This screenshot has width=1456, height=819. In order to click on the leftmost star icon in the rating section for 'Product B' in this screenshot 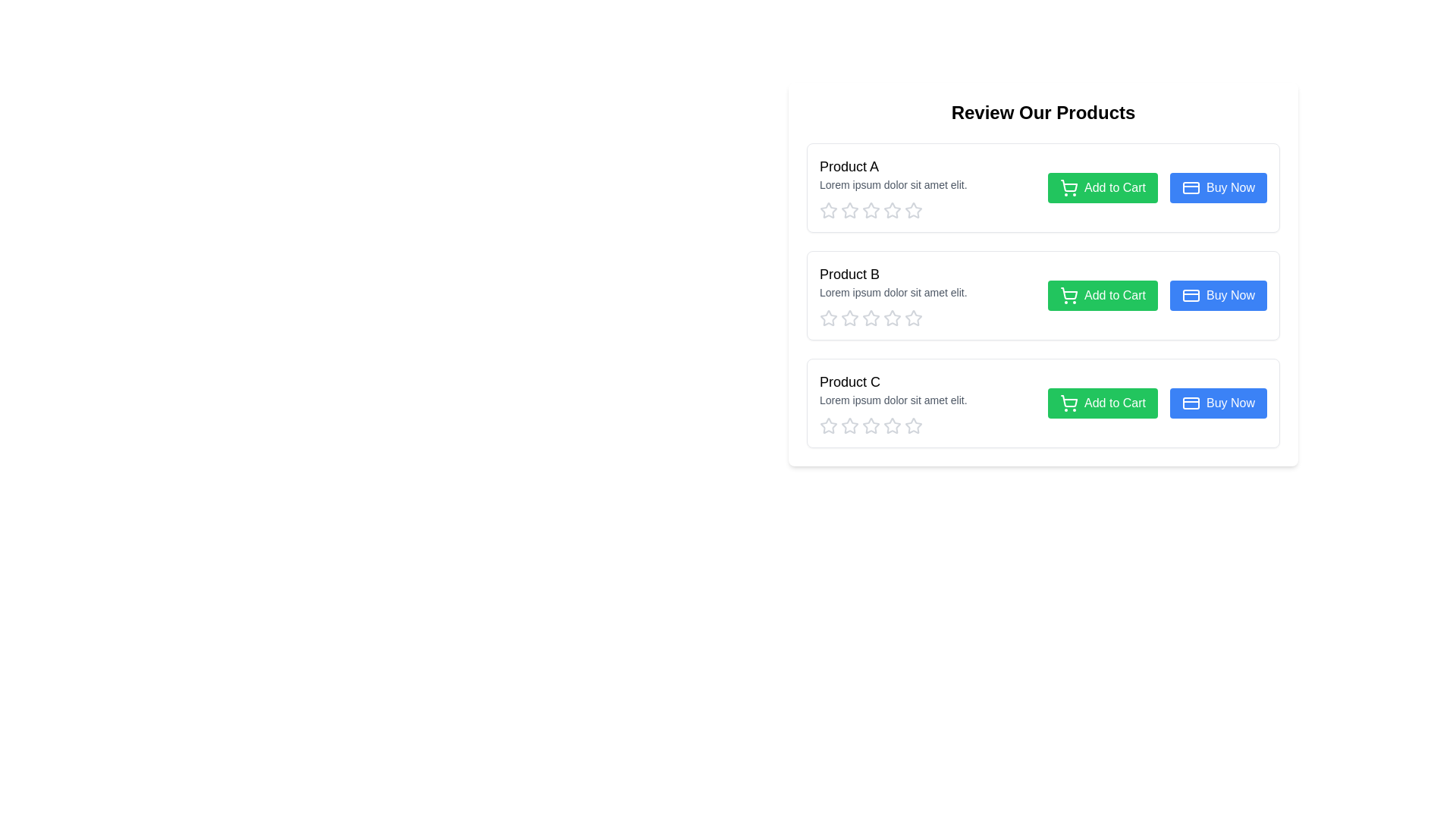, I will do `click(827, 317)`.